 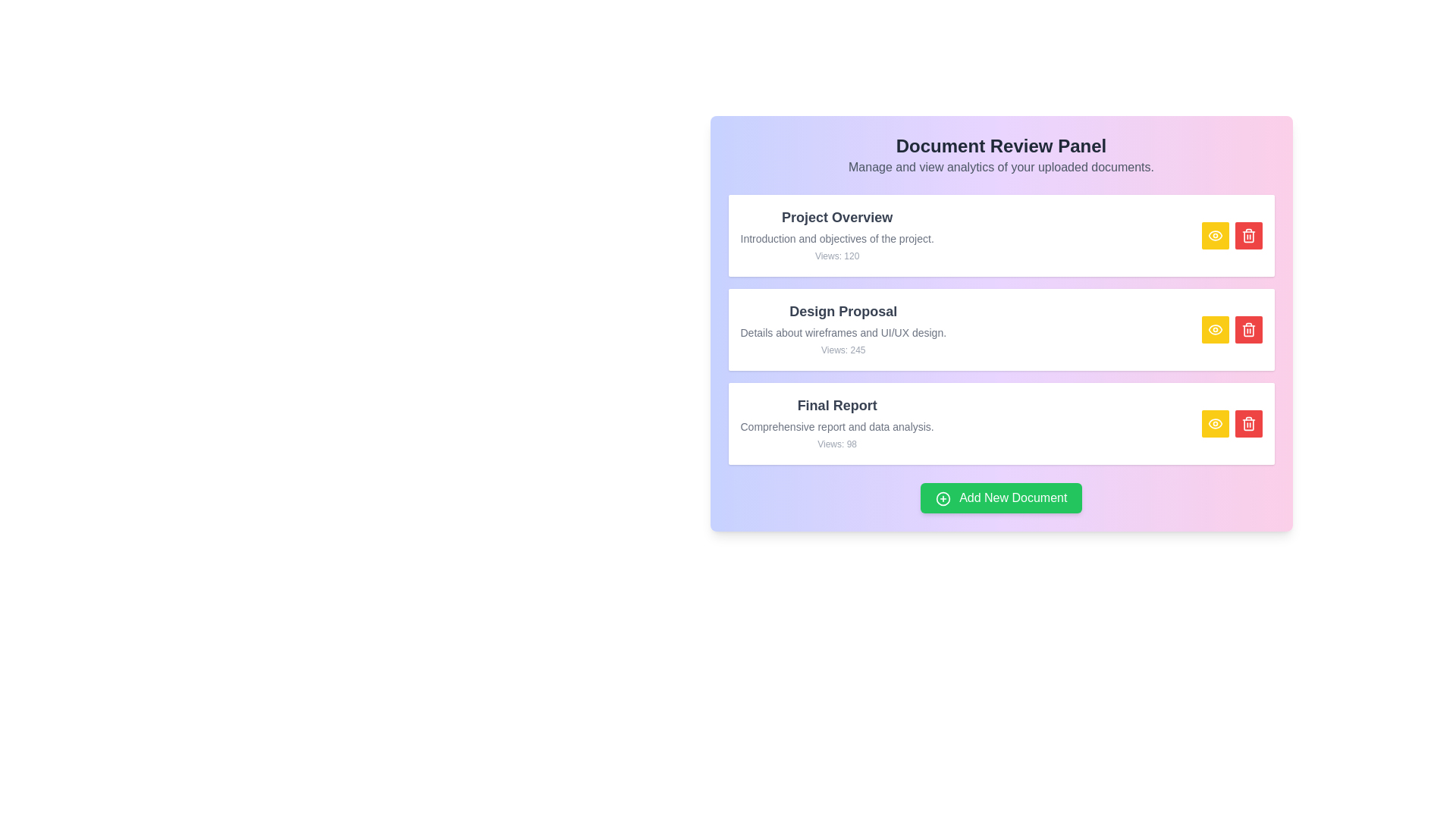 I want to click on 'Add New Document' button to initiate the process of adding a new document, so click(x=1001, y=497).